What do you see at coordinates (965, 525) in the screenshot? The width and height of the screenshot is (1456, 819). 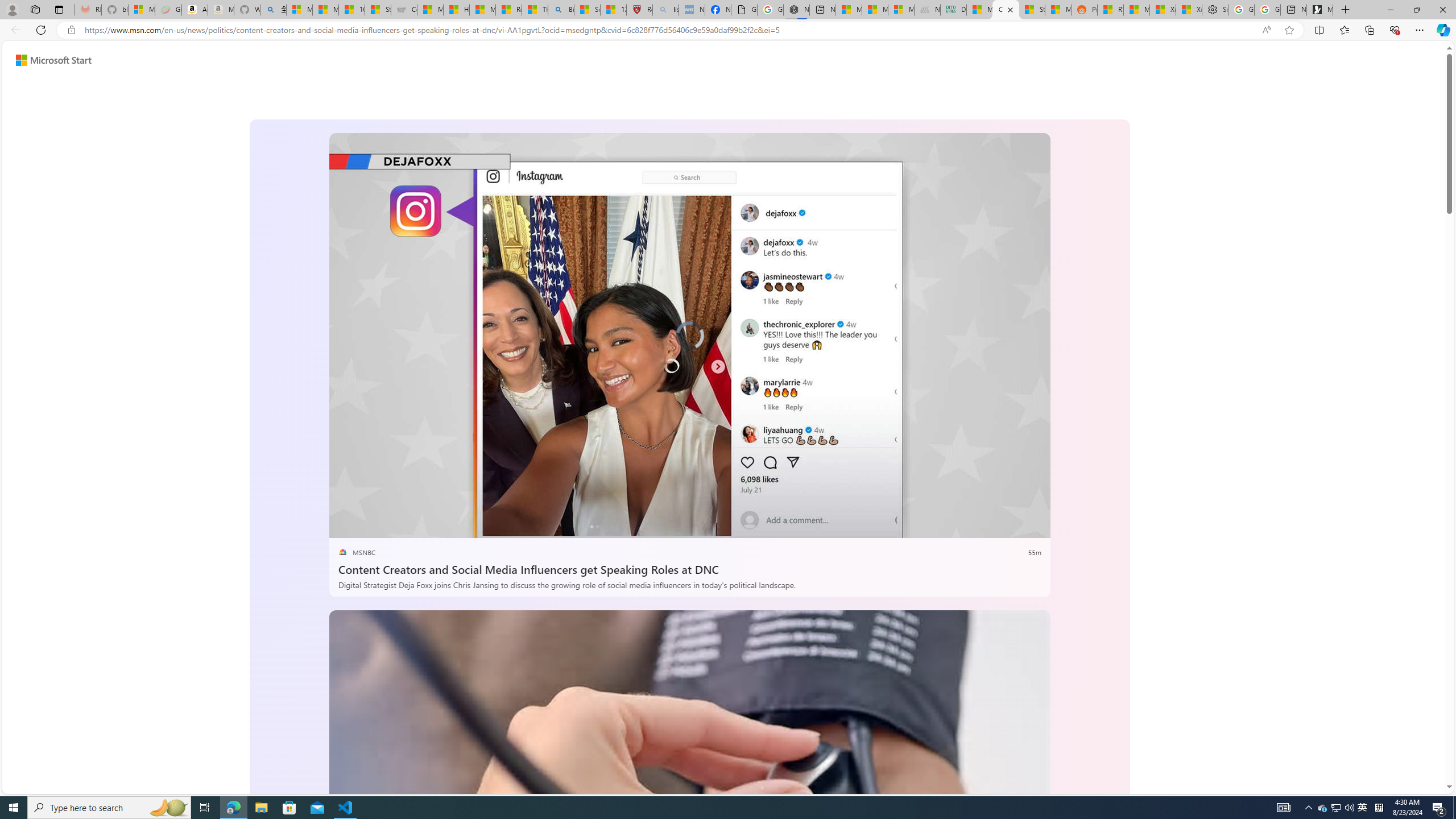 I see `'Quality Settings'` at bounding box center [965, 525].